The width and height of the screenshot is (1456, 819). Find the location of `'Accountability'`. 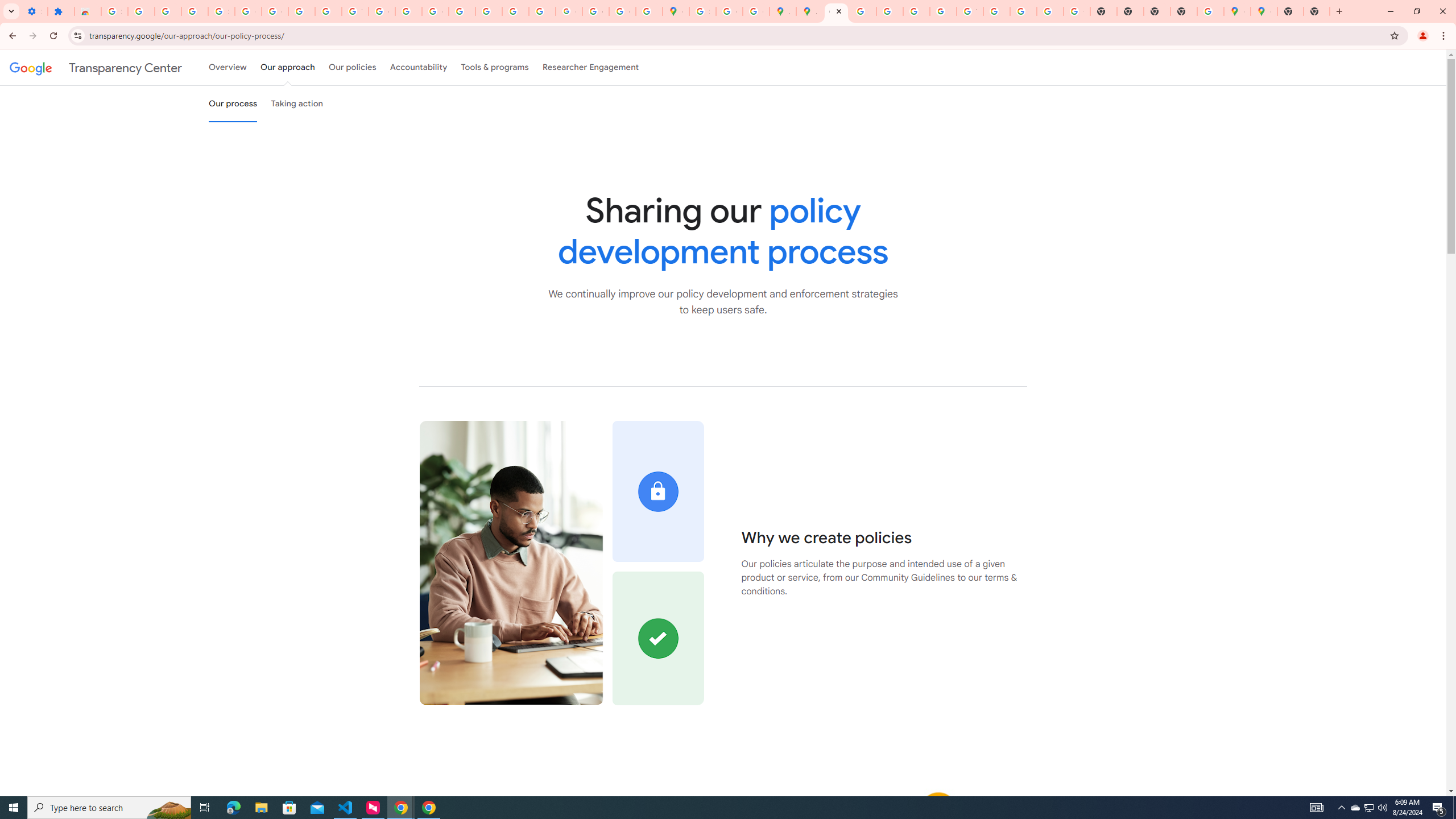

'Accountability' is located at coordinates (418, 67).